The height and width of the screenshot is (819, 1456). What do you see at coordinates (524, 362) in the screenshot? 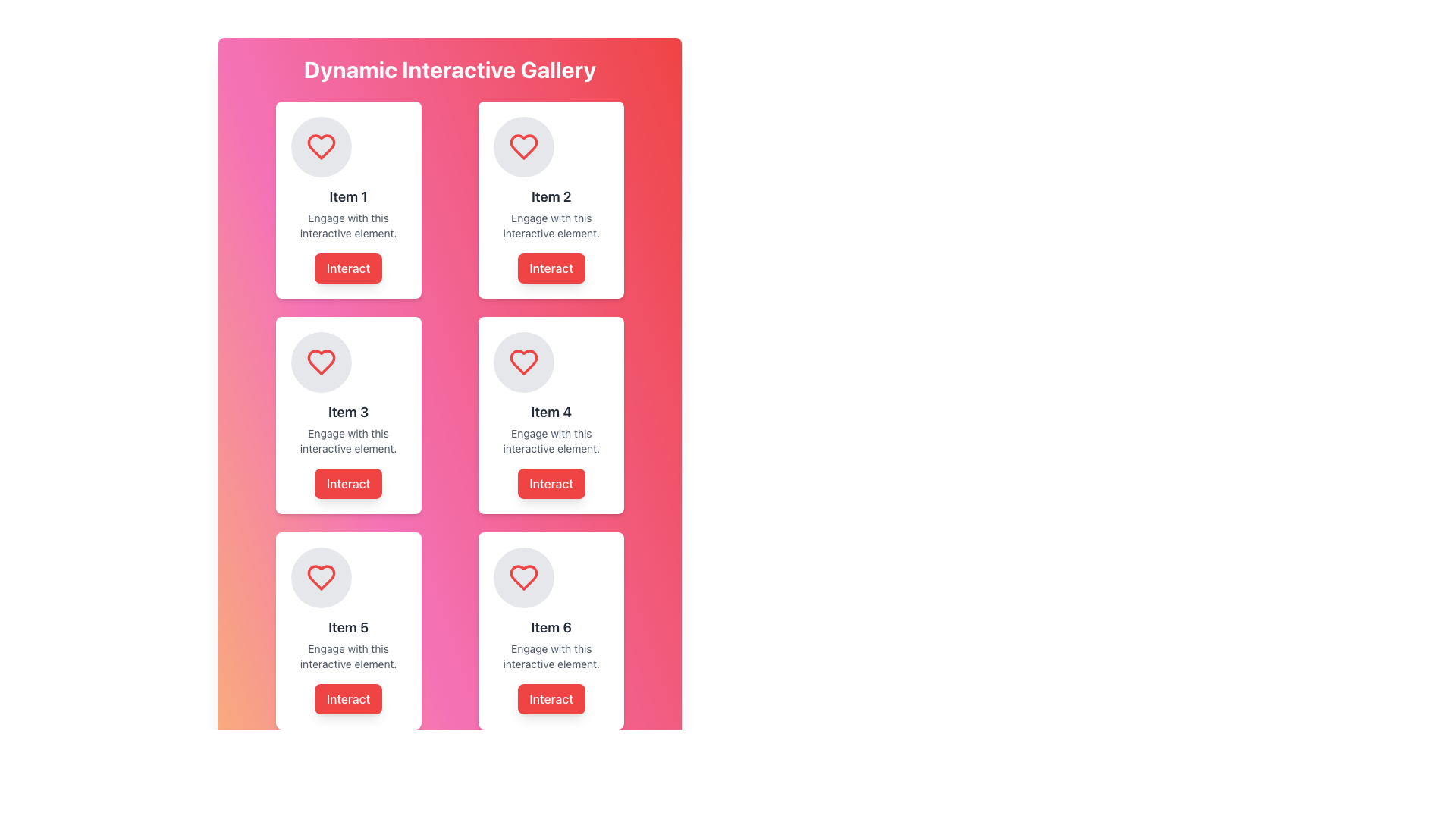
I see `the heart icon with a red line color, centrally positioned within the circular light-gray background, located in the second item of the first row in the grid layout under the card labeled 'Item 2'` at bounding box center [524, 362].